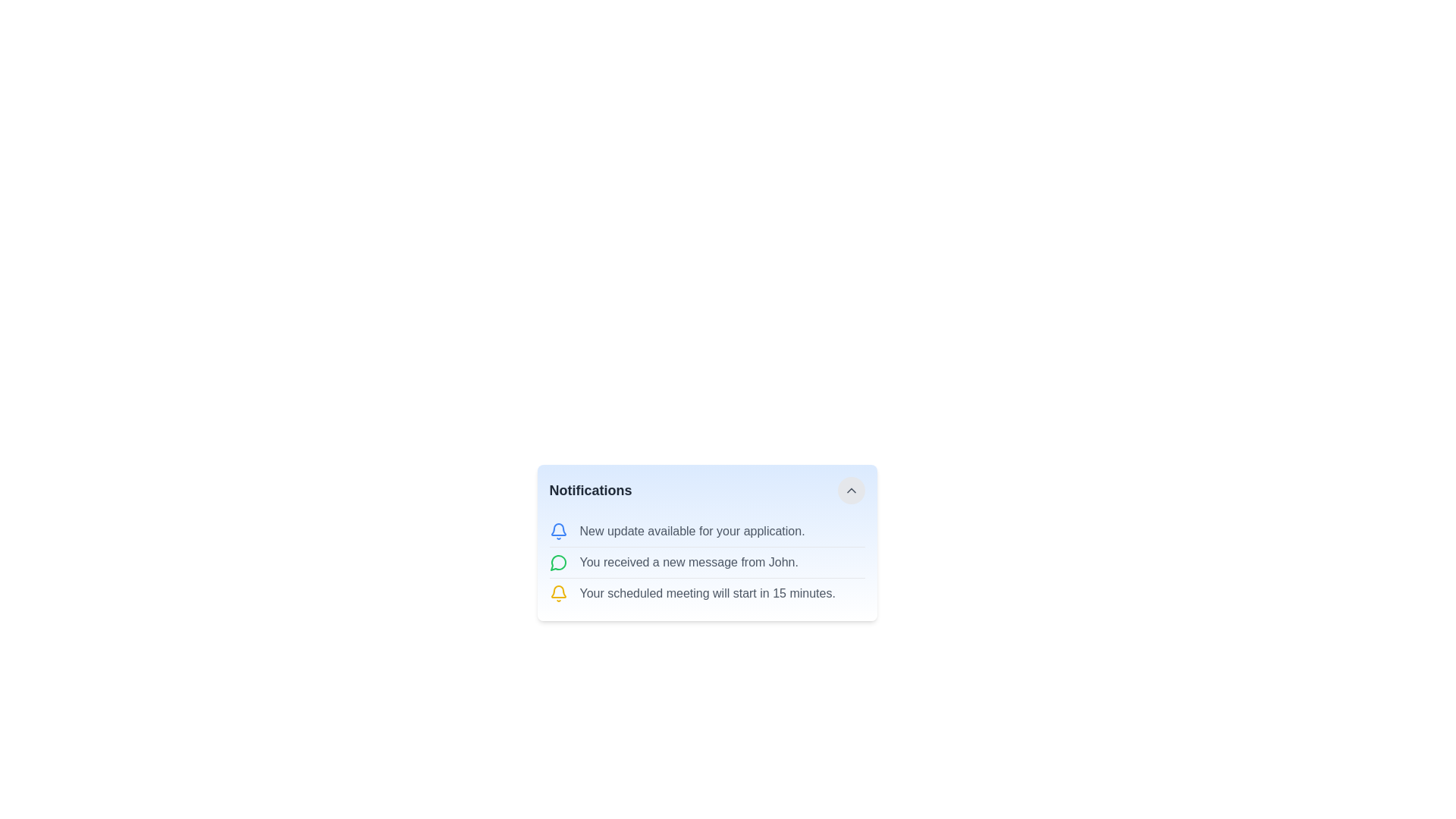 The height and width of the screenshot is (819, 1456). Describe the element at coordinates (851, 491) in the screenshot. I see `the upward-pointing chevron icon button located at the top-right corner of the notification card interface` at that location.